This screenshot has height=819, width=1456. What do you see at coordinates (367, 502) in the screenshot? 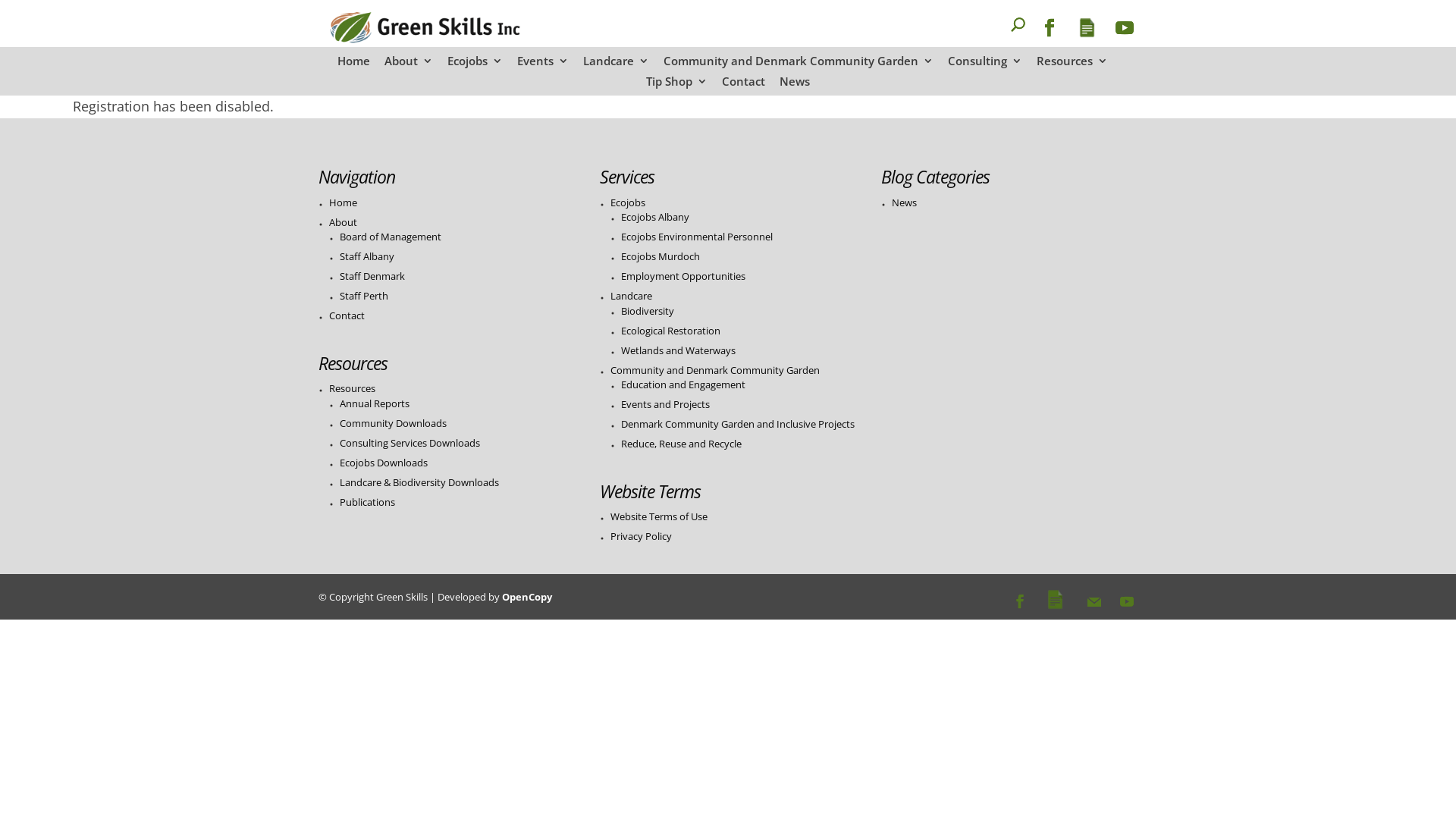
I see `'Publications'` at bounding box center [367, 502].